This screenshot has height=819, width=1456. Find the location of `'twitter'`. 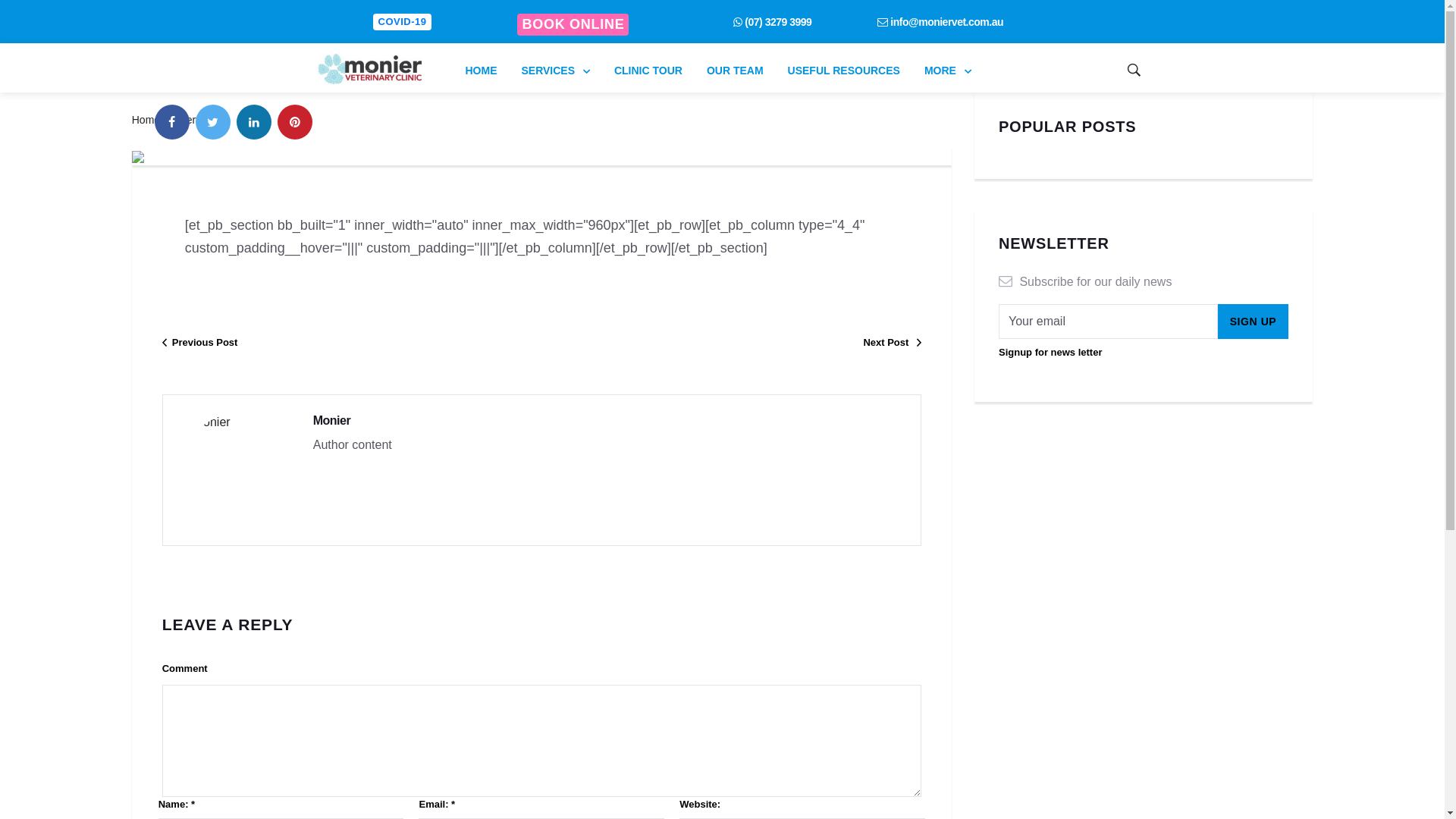

'twitter' is located at coordinates (212, 121).